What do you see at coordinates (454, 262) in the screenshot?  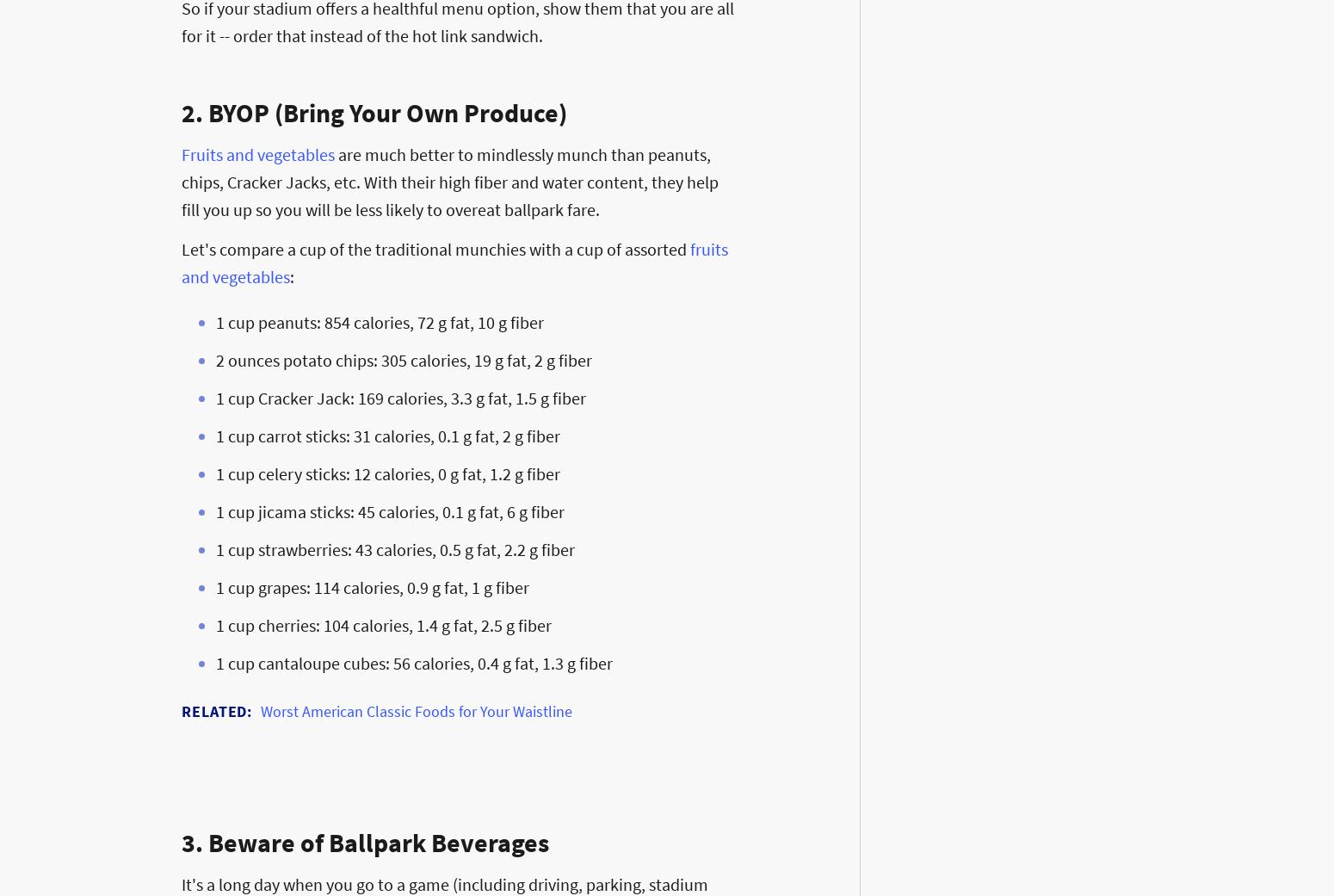 I see `'fruits and vegetables'` at bounding box center [454, 262].